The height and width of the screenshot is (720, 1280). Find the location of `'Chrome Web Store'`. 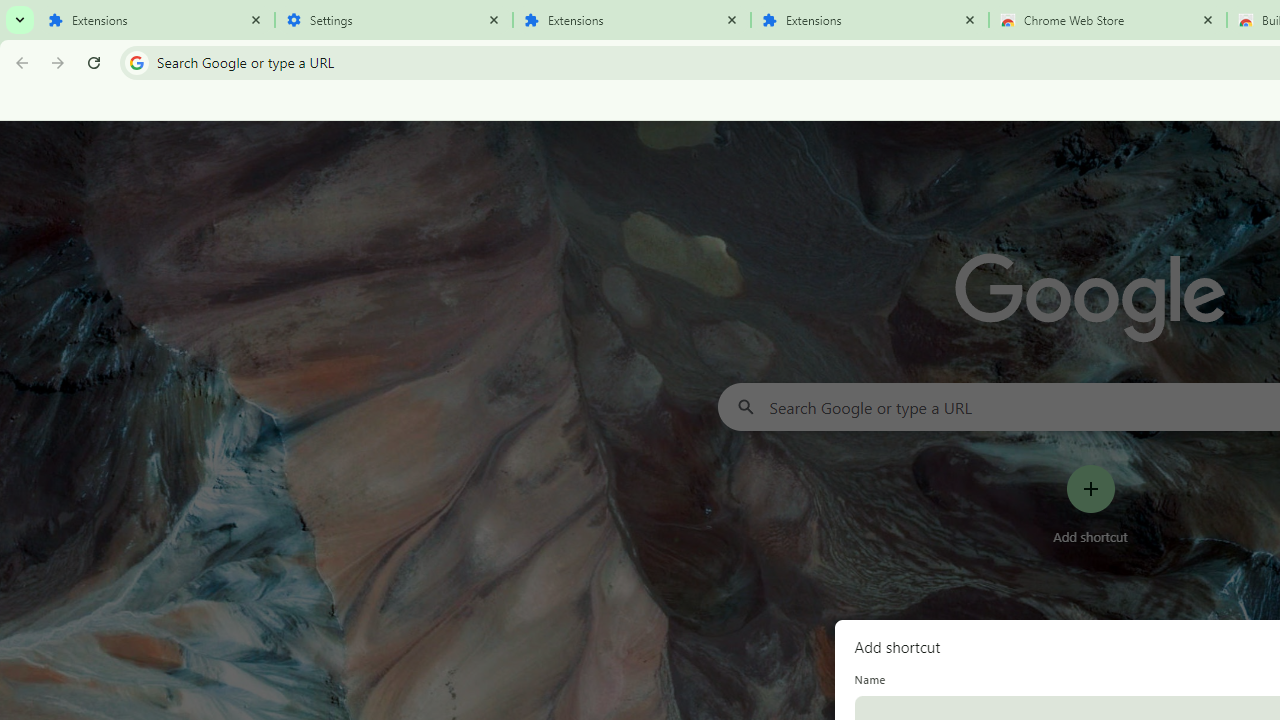

'Chrome Web Store' is located at coordinates (1107, 20).